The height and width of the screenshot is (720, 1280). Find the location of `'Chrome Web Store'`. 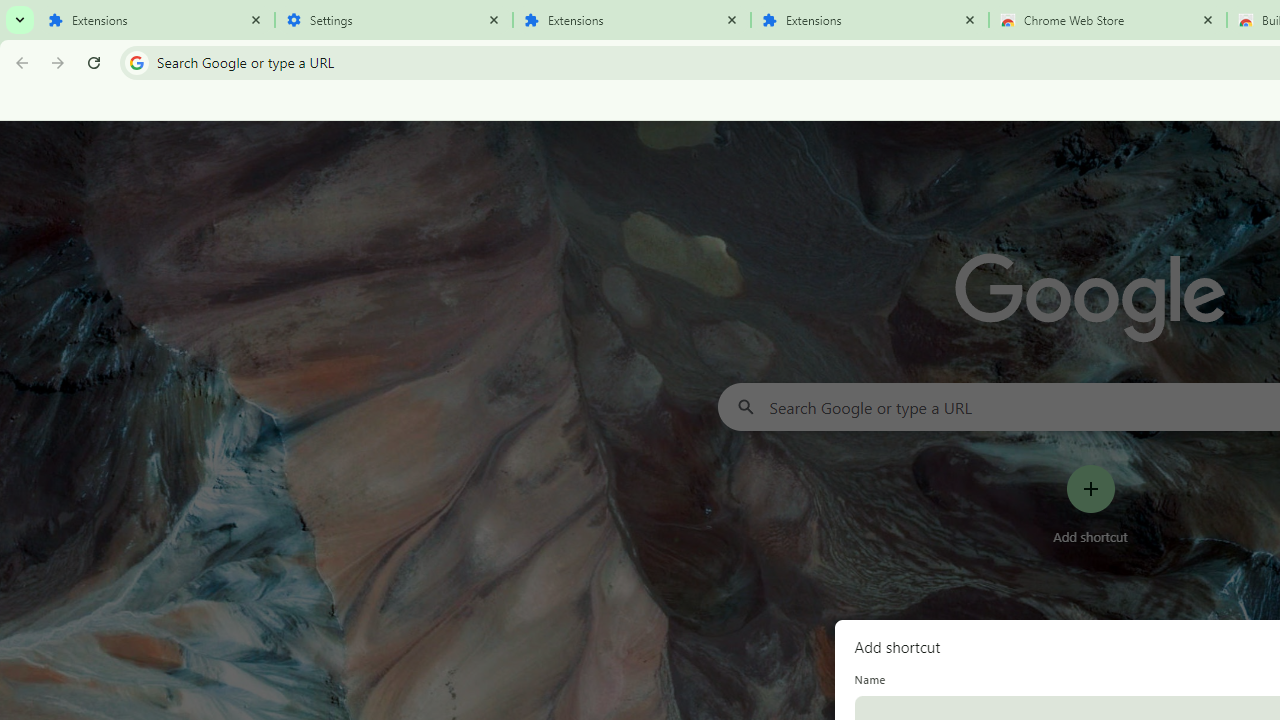

'Chrome Web Store' is located at coordinates (1107, 20).